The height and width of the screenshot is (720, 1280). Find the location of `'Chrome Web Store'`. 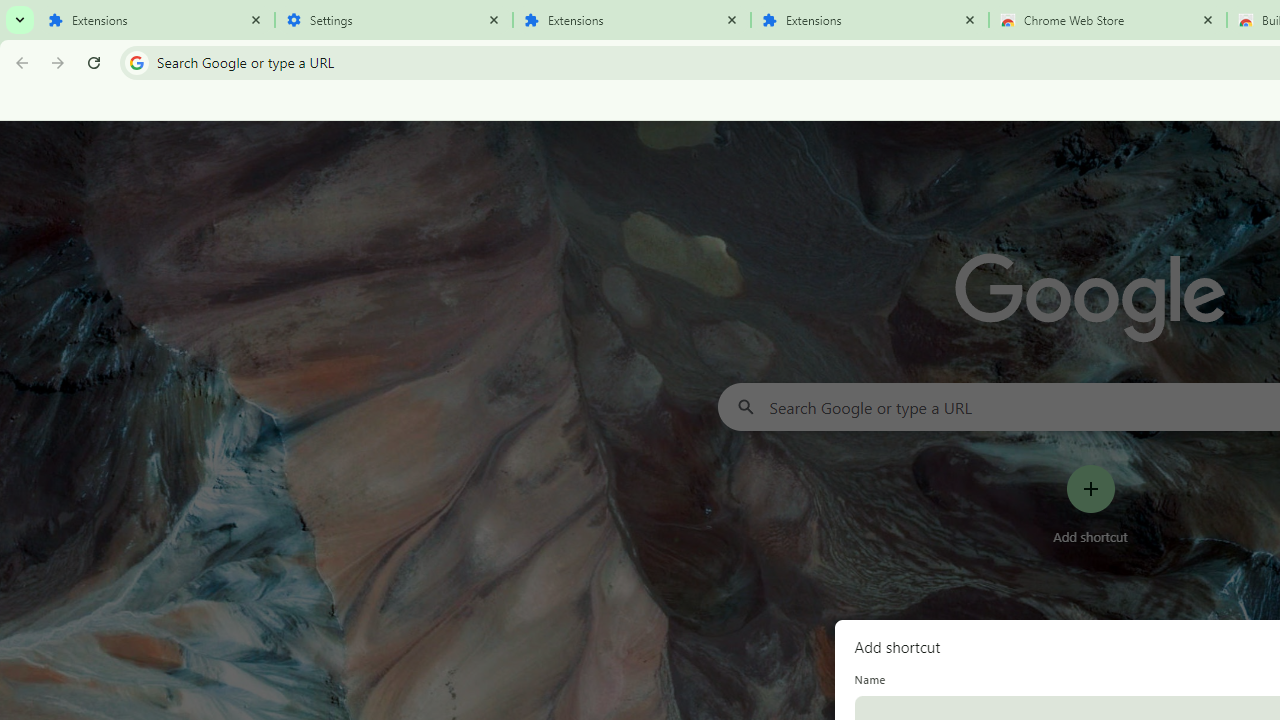

'Chrome Web Store' is located at coordinates (1107, 20).